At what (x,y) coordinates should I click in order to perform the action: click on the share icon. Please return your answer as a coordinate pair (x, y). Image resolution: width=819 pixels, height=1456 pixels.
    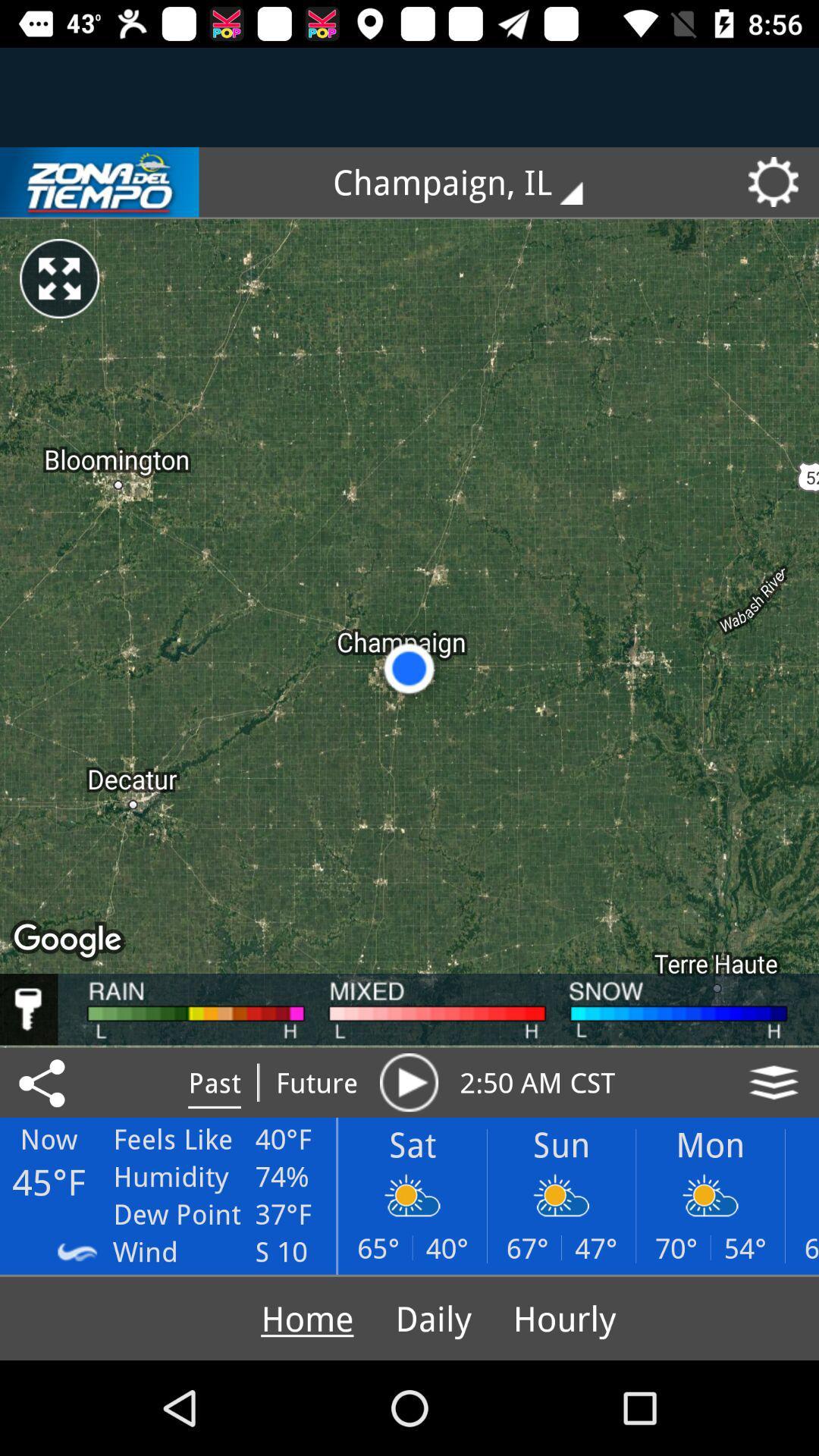
    Looking at the image, I should click on (44, 1081).